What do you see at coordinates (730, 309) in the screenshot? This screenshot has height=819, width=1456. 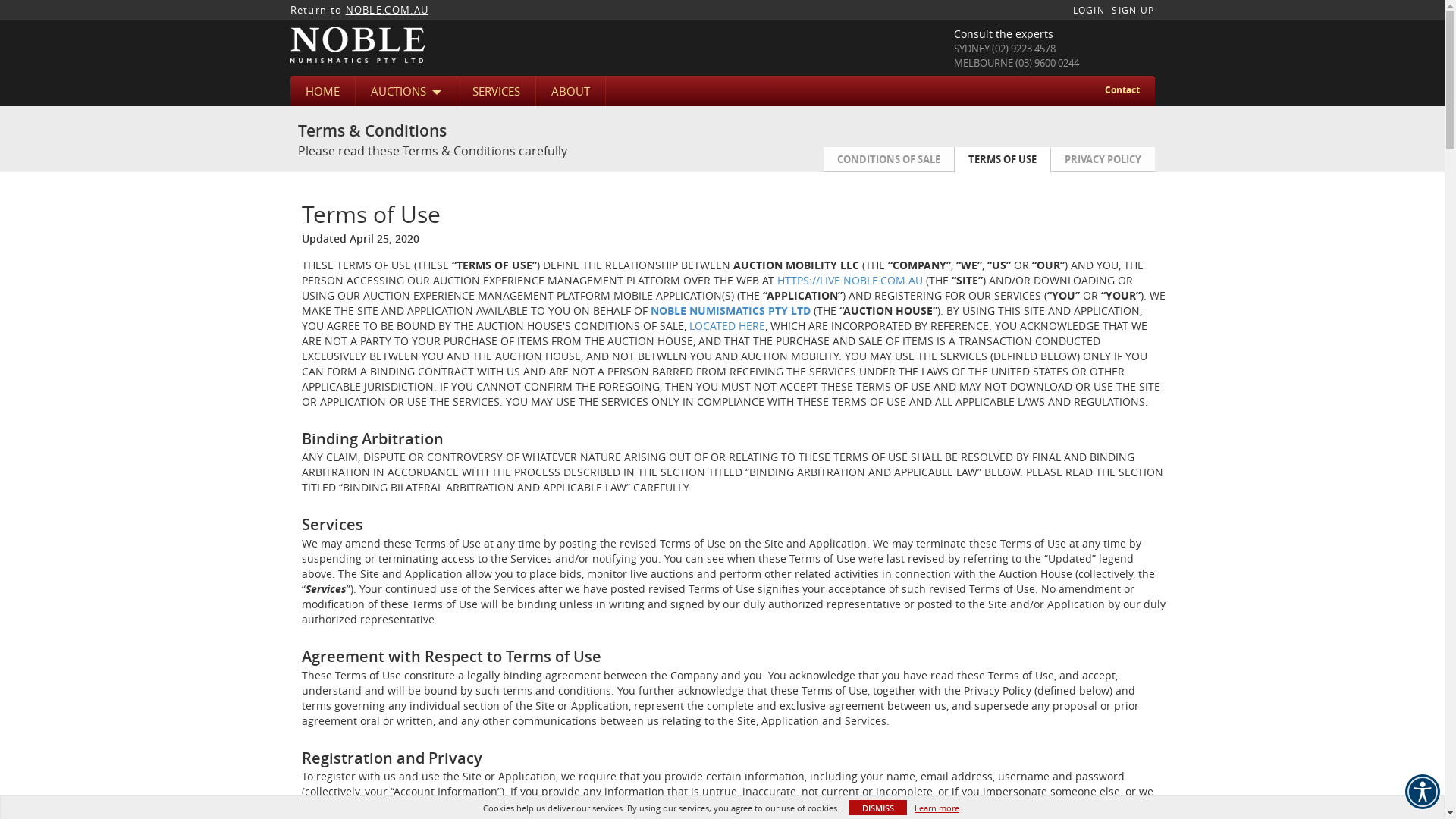 I see `'NOBLE NUMISMATICS PTY LTD'` at bounding box center [730, 309].